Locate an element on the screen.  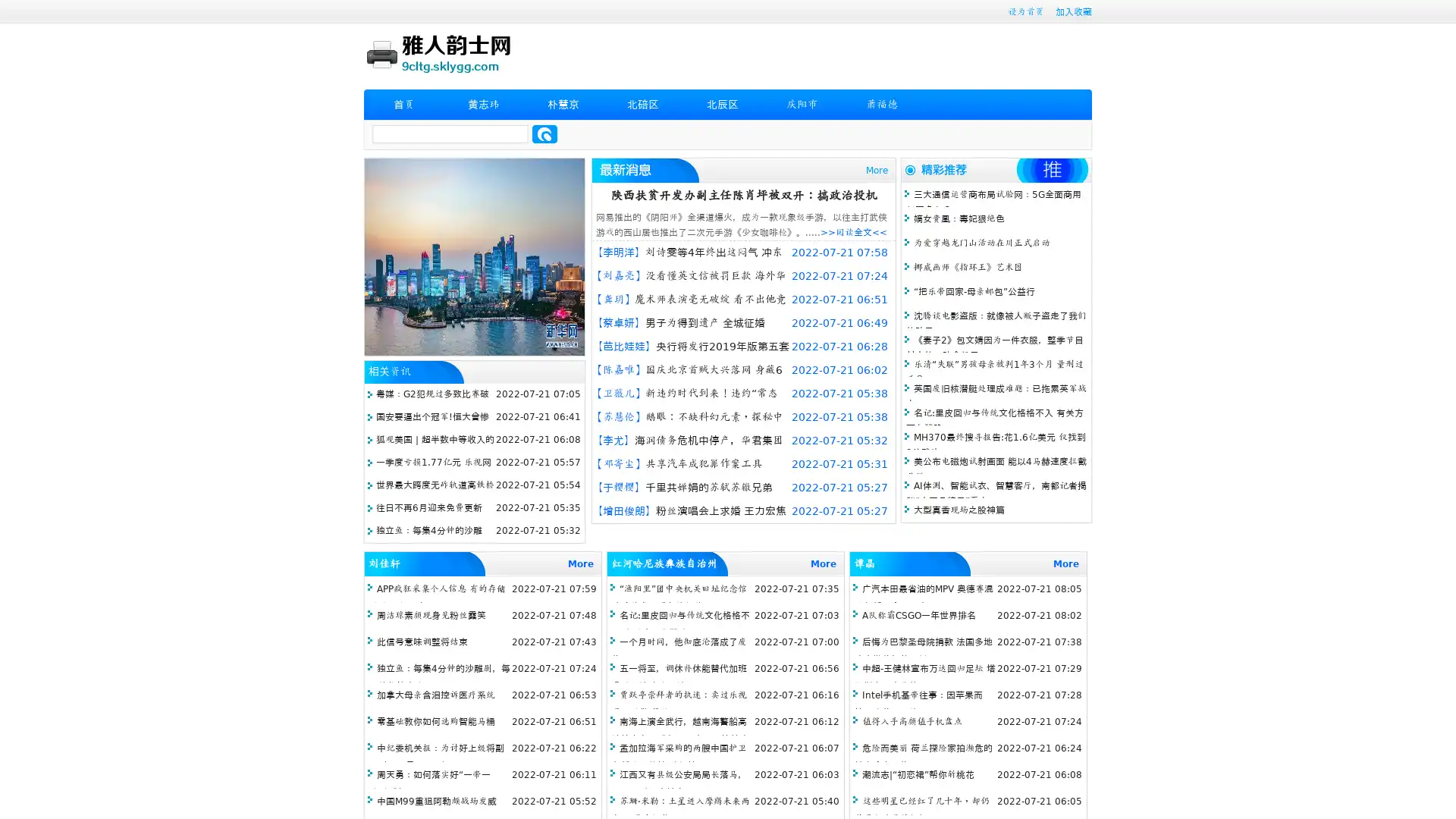
Search is located at coordinates (544, 133).